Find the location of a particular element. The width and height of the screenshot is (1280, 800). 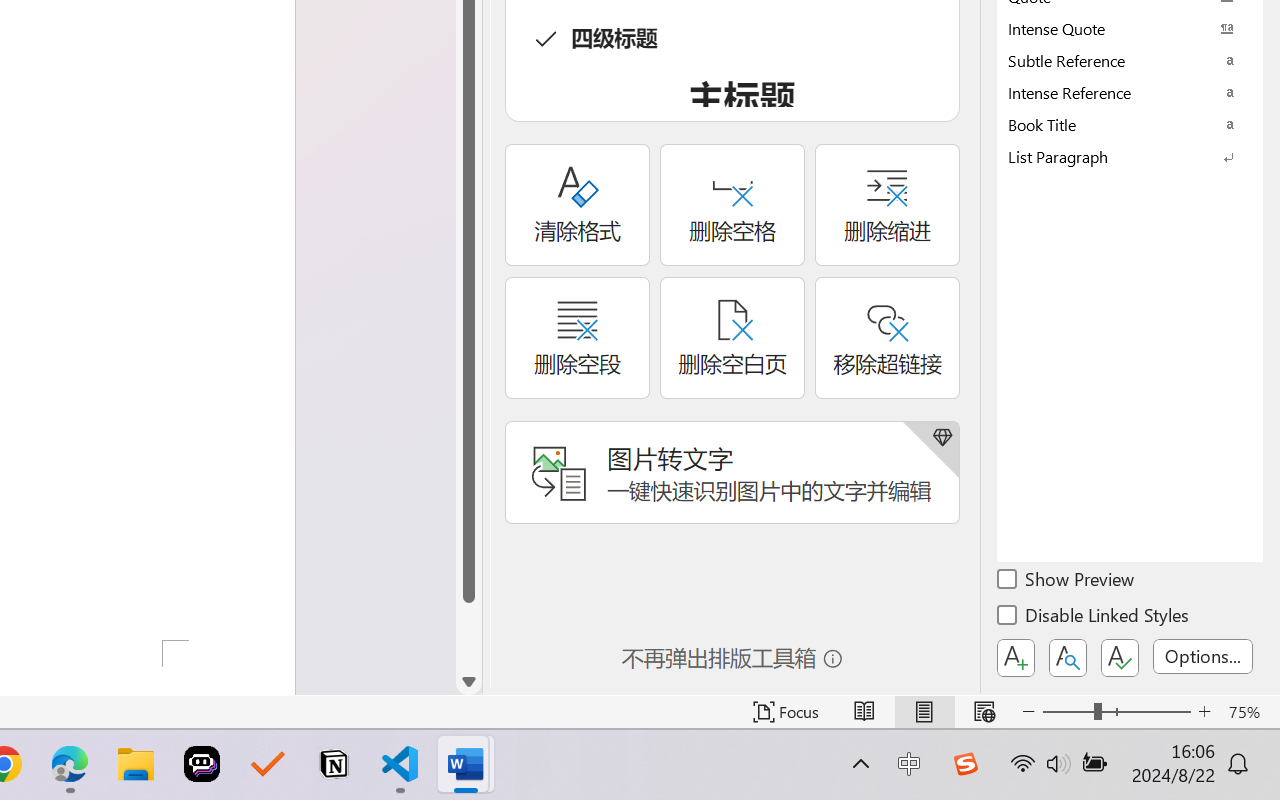

'Show Preview' is located at coordinates (1066, 581).